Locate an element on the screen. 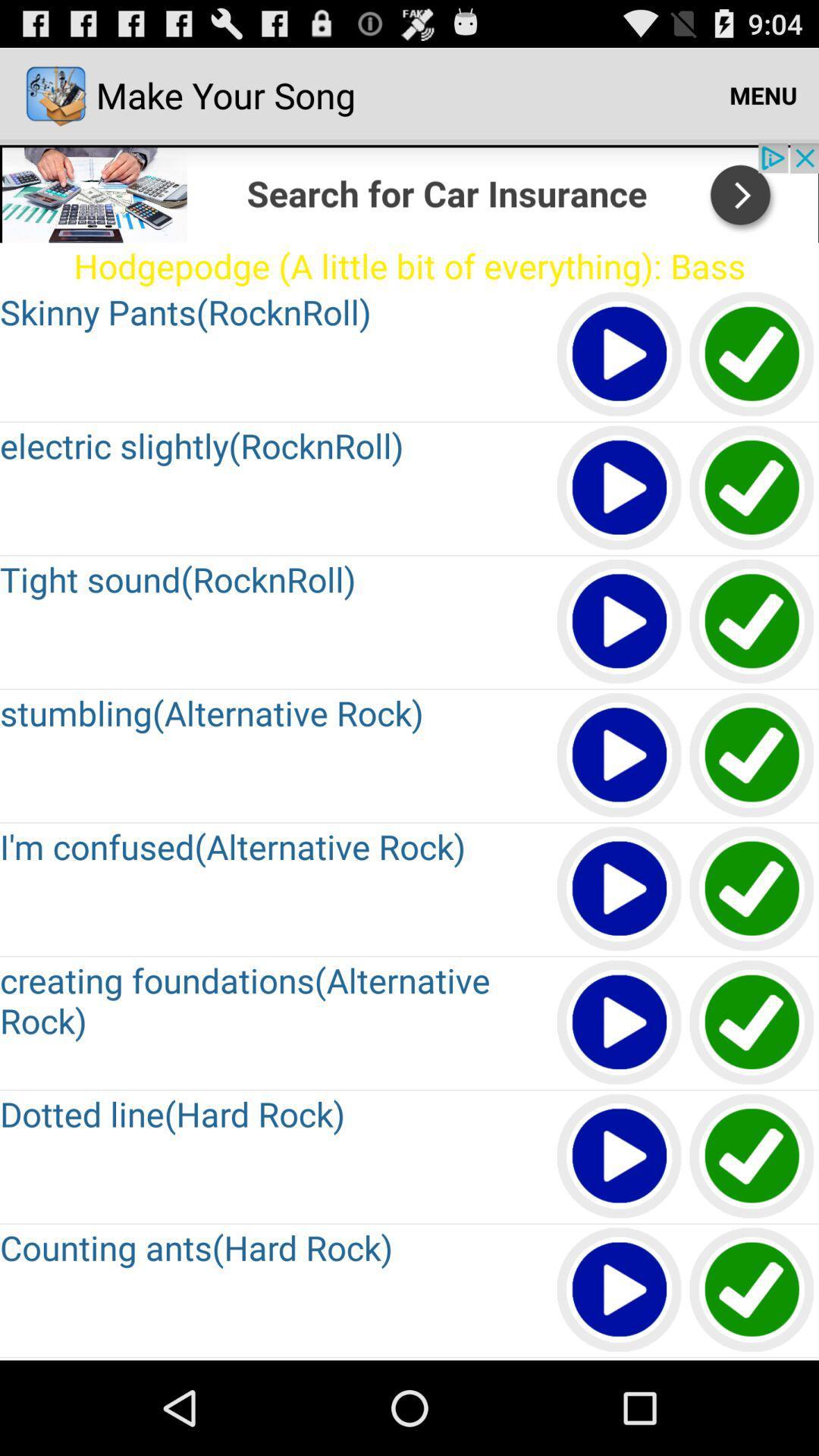  the article is located at coordinates (620, 756).